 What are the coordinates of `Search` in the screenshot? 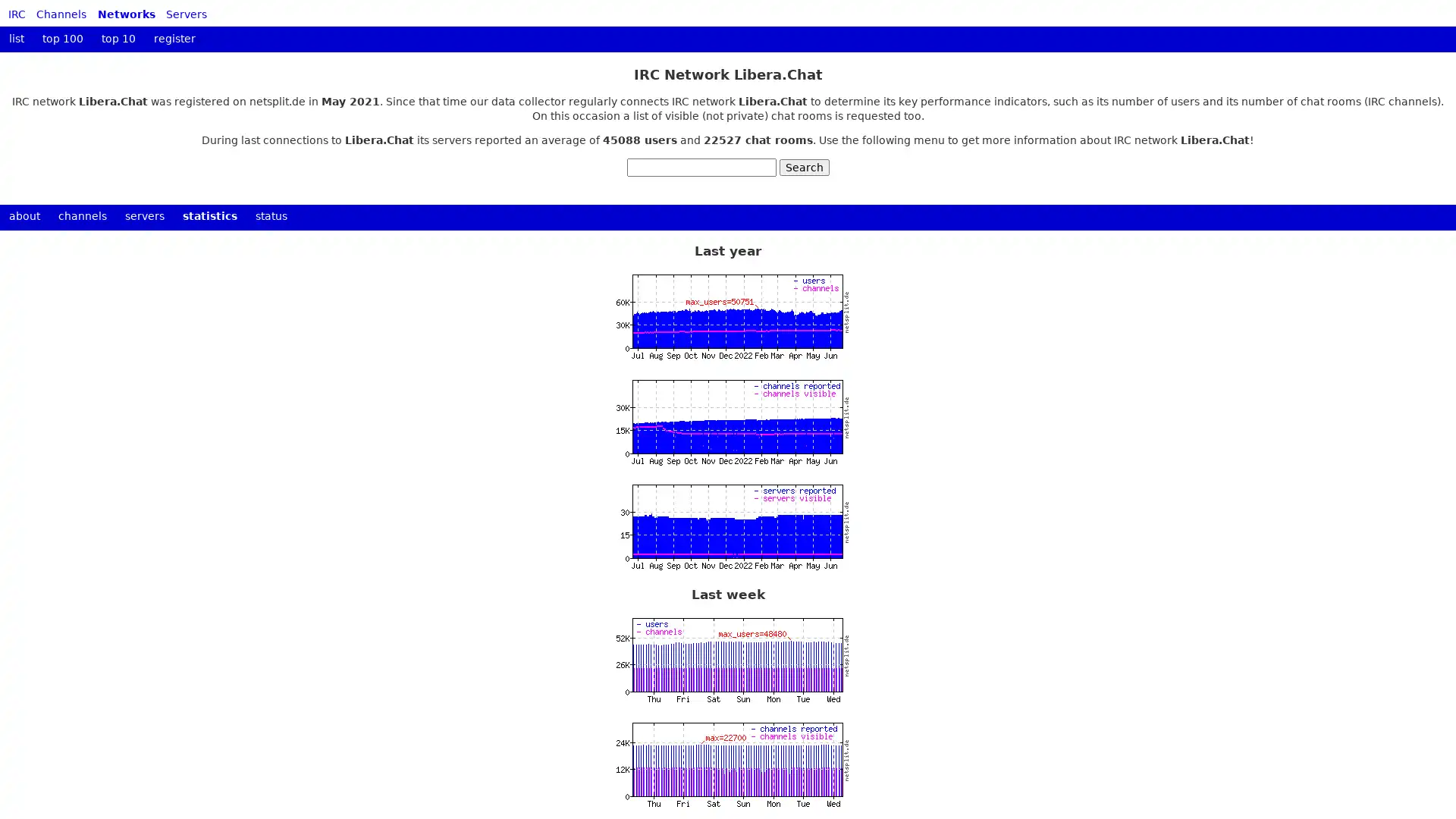 It's located at (803, 166).